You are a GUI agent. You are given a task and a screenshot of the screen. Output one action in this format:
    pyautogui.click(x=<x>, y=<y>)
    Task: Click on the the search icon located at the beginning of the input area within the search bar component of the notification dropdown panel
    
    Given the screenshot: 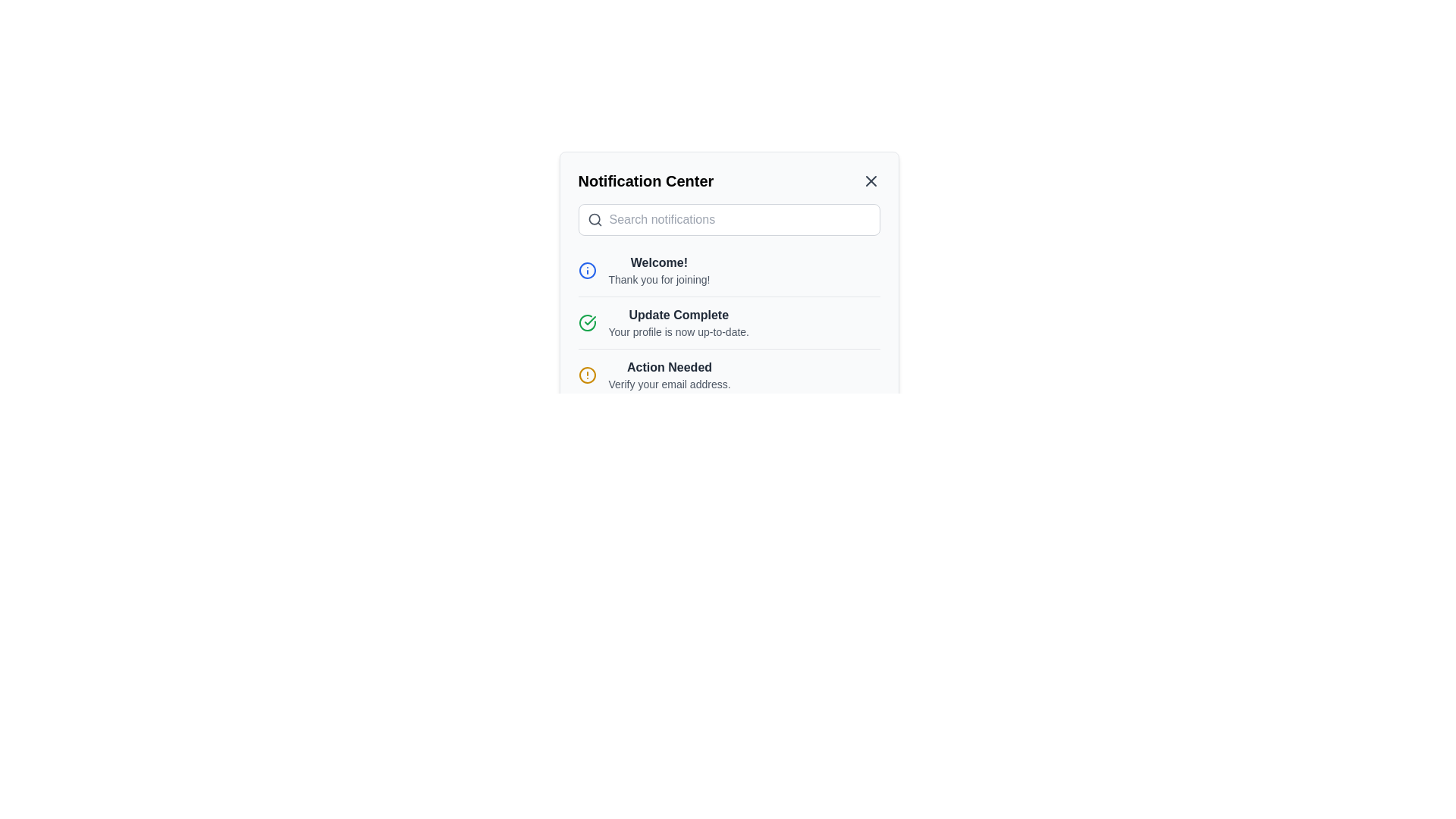 What is the action you would take?
    pyautogui.click(x=594, y=219)
    